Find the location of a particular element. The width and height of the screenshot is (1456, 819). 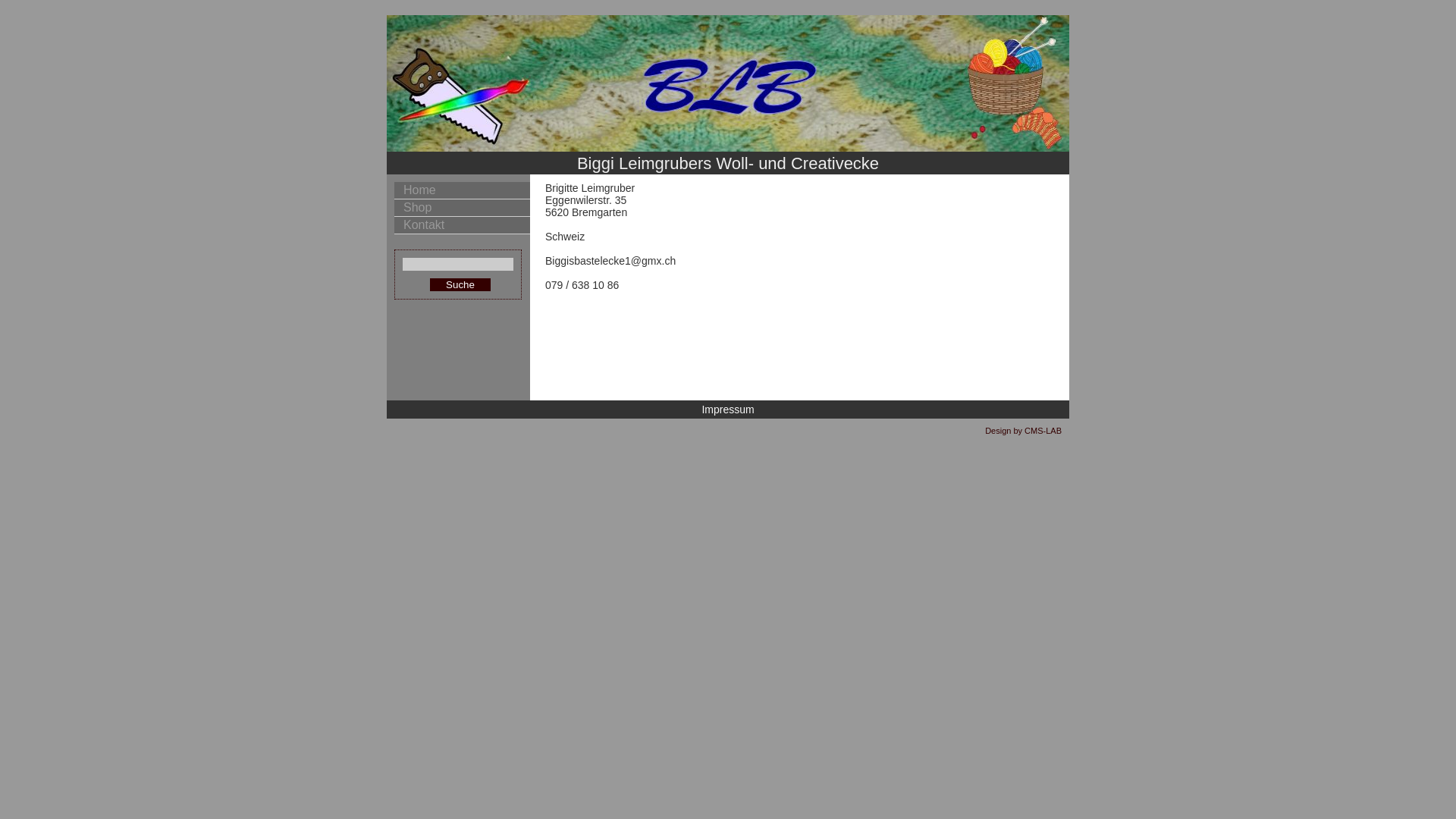

'Suche' is located at coordinates (459, 284).